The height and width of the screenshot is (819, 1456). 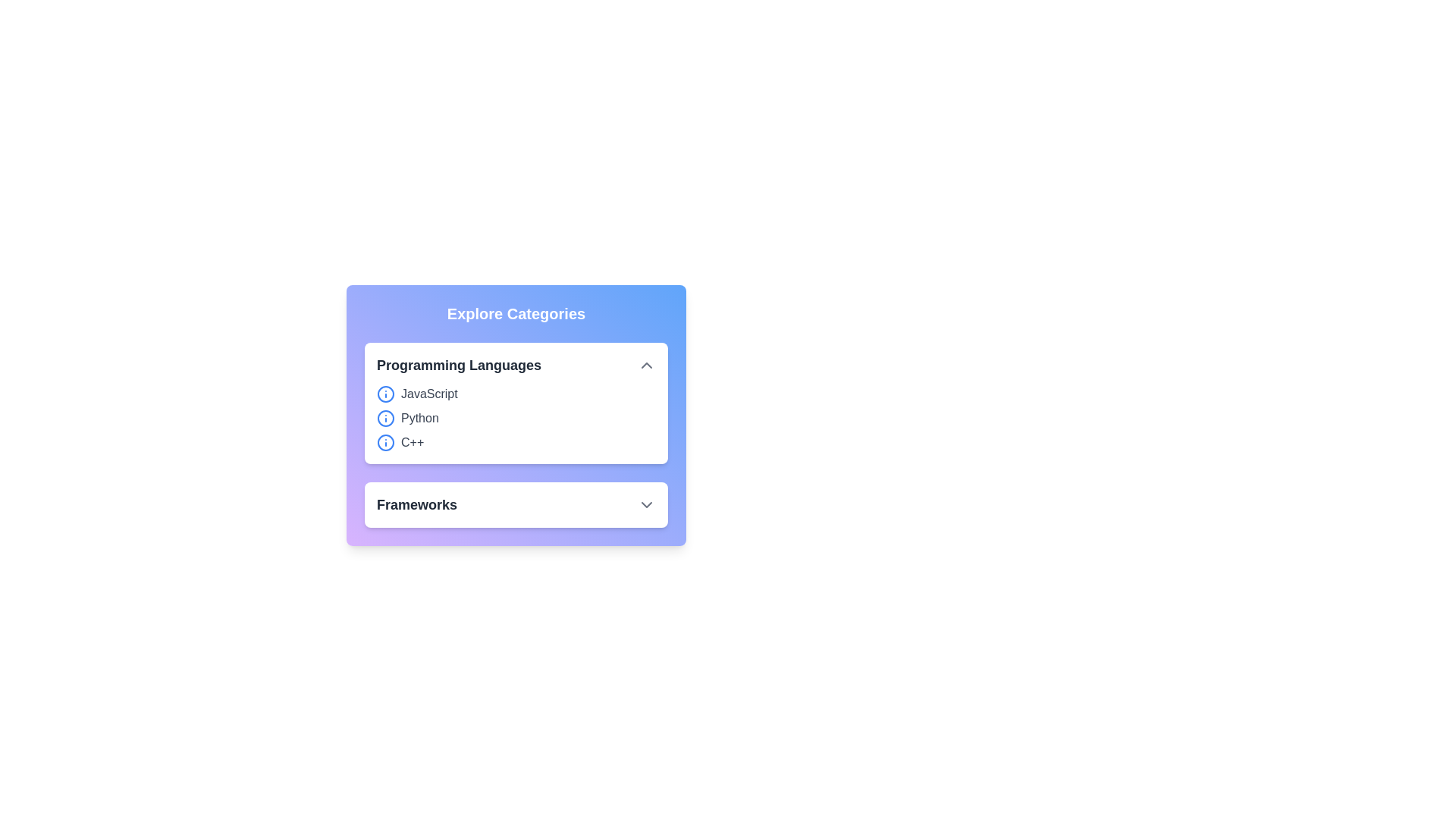 What do you see at coordinates (385, 394) in the screenshot?
I see `the info icon next to JavaScript to inspect the item` at bounding box center [385, 394].